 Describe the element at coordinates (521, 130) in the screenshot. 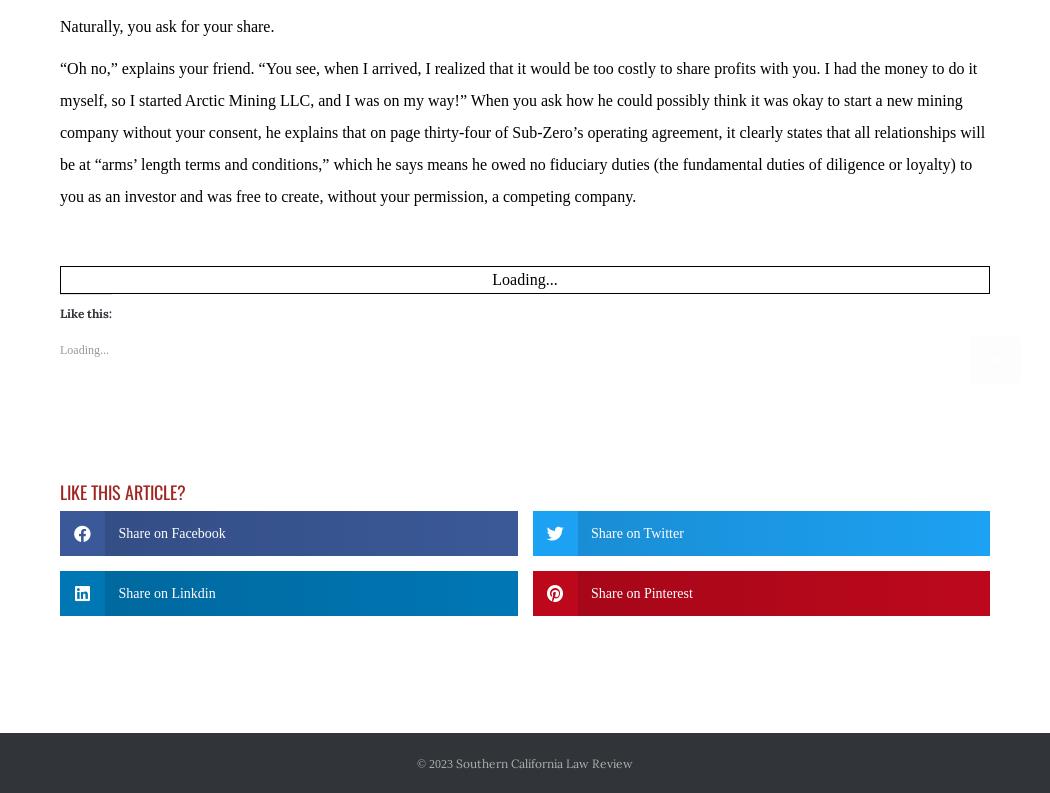

I see `'“Oh no,” explains your friend. “You see, when I arrived, I realized that it would be too costly to share profits with you. I had the money to do it myself, so I started Arctic Mining LLC, and I was on my way!” When you ask how he could possibly think it was okay to start a new mining company without your consent, he explains that on page thirty-four of Sub-Zero’s operating agreement, it clearly states that all relationships will be at “arms’ length terms and conditions,” which he says means he owed no fiduciary duties (the fundamental duties of diligence or loyalty) to you as an investor and was free to create, without your permission, a competing company.'` at that location.